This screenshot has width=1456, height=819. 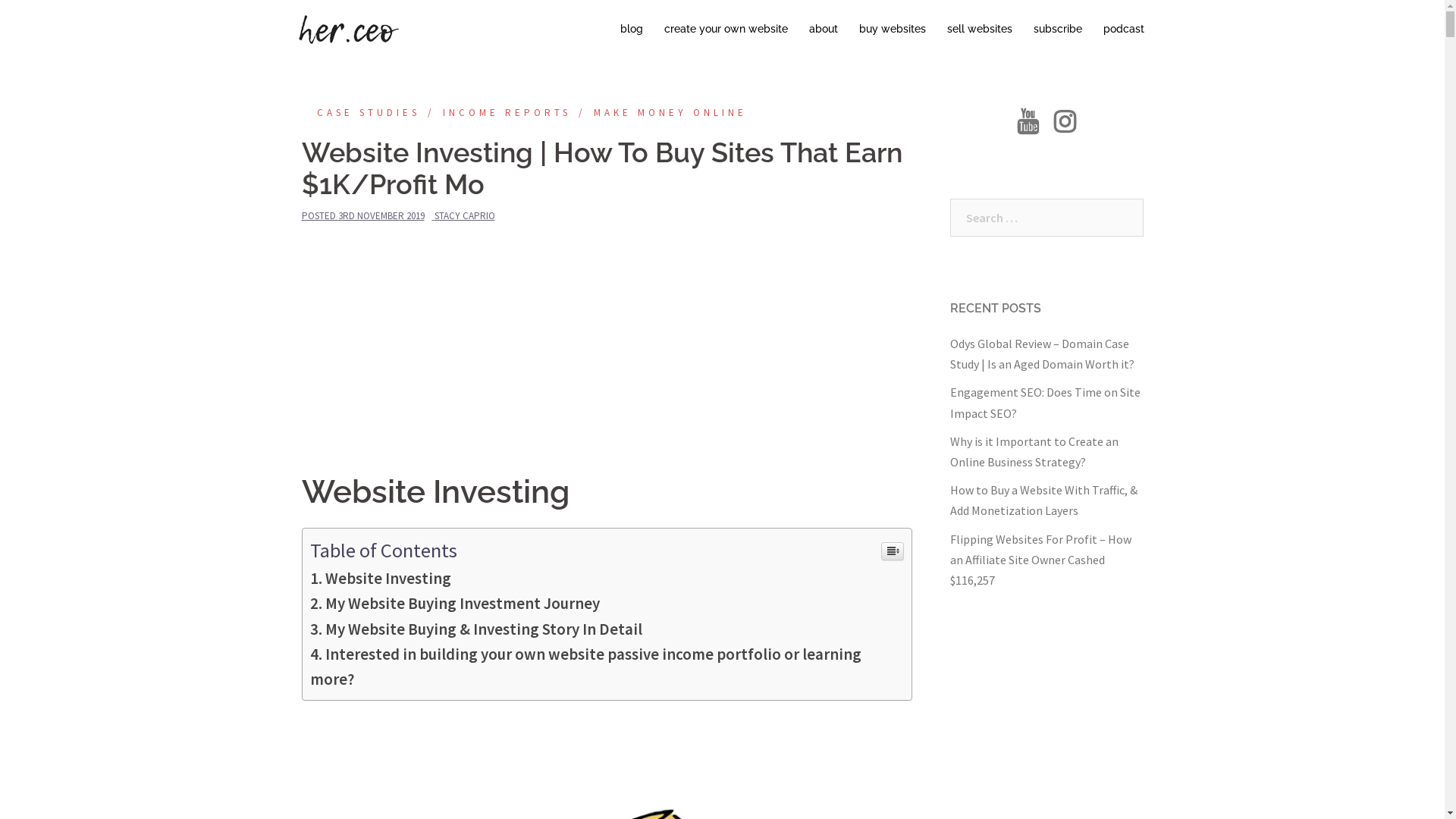 What do you see at coordinates (725, 29) in the screenshot?
I see `'create your own website'` at bounding box center [725, 29].